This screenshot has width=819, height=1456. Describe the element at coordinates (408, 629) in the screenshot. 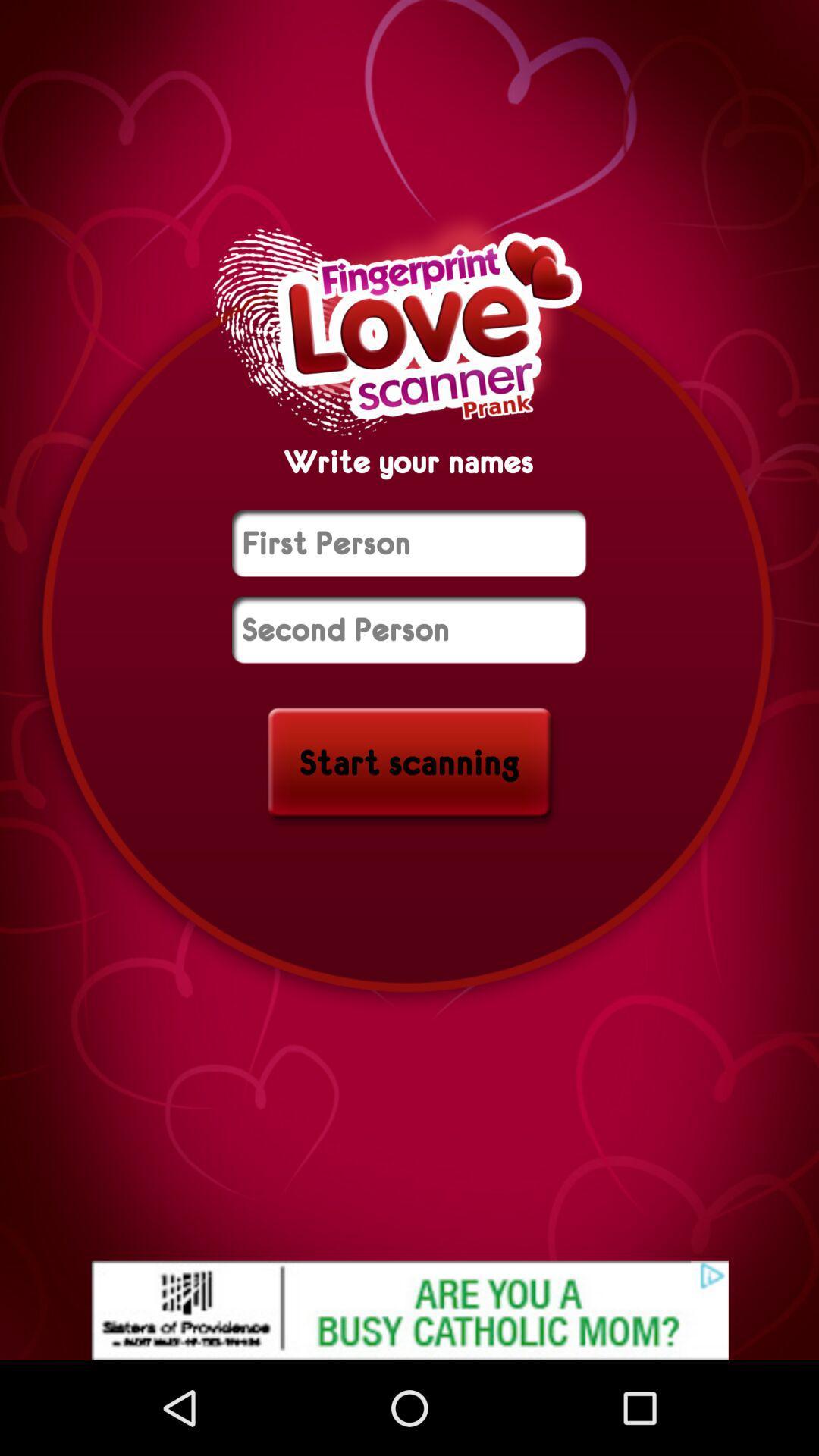

I see `insert name field` at that location.